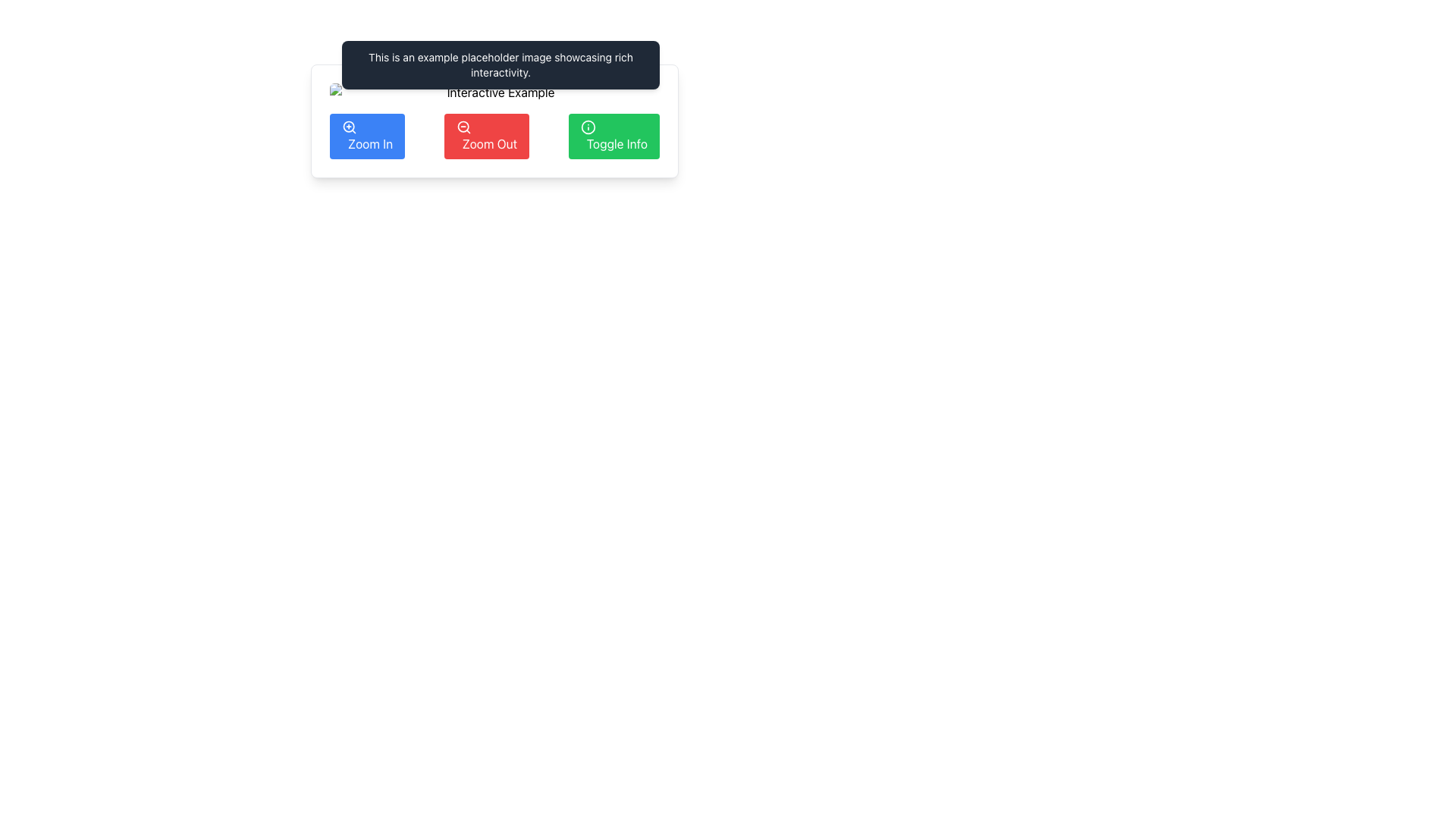  What do you see at coordinates (486, 136) in the screenshot?
I see `the zoom-out button located between the 'Zoom In' button and the 'Toggle Info' button, below the 'Interactive Example' text and image` at bounding box center [486, 136].